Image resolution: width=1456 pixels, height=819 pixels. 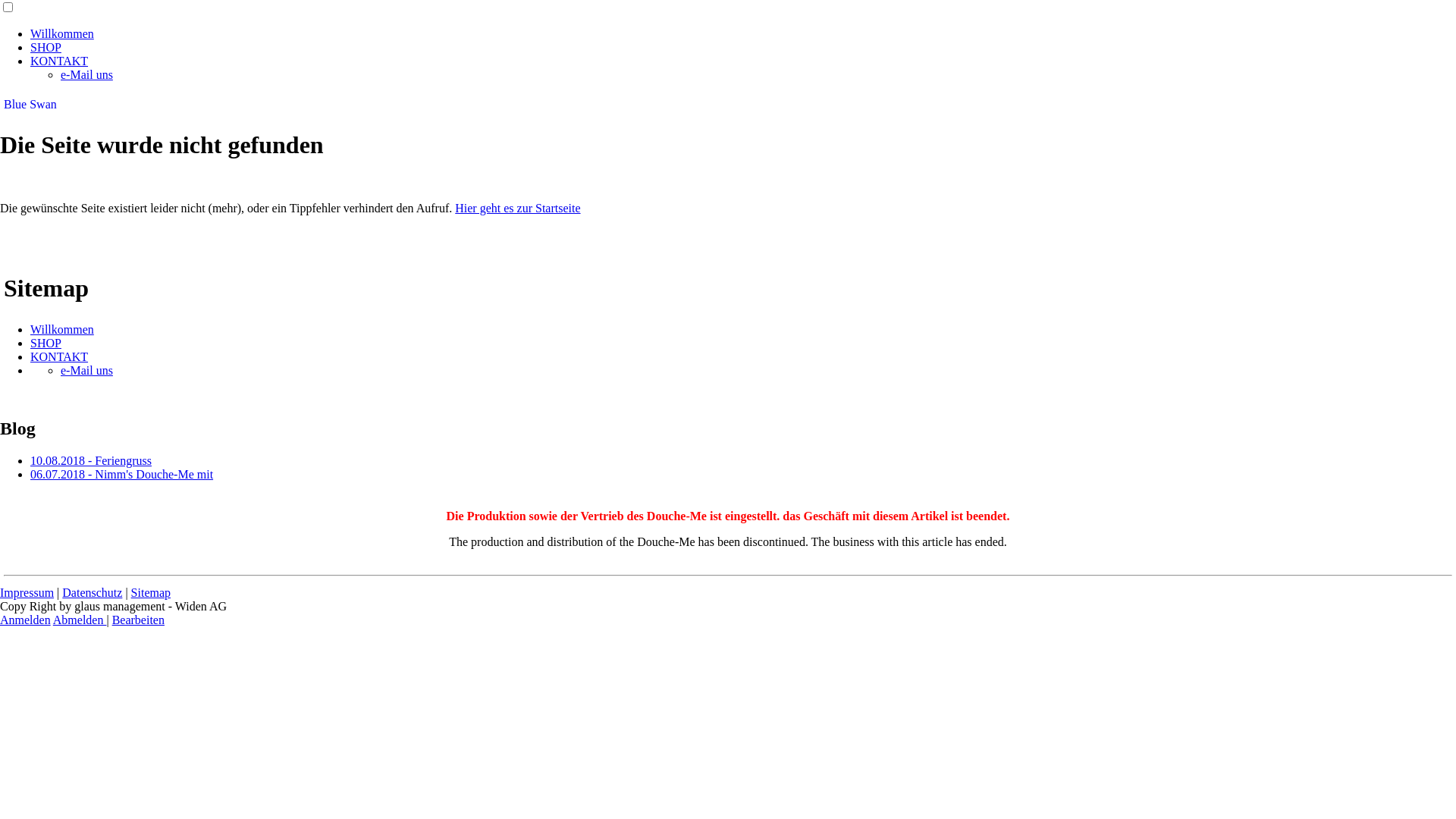 What do you see at coordinates (111, 620) in the screenshot?
I see `'Bearbeiten'` at bounding box center [111, 620].